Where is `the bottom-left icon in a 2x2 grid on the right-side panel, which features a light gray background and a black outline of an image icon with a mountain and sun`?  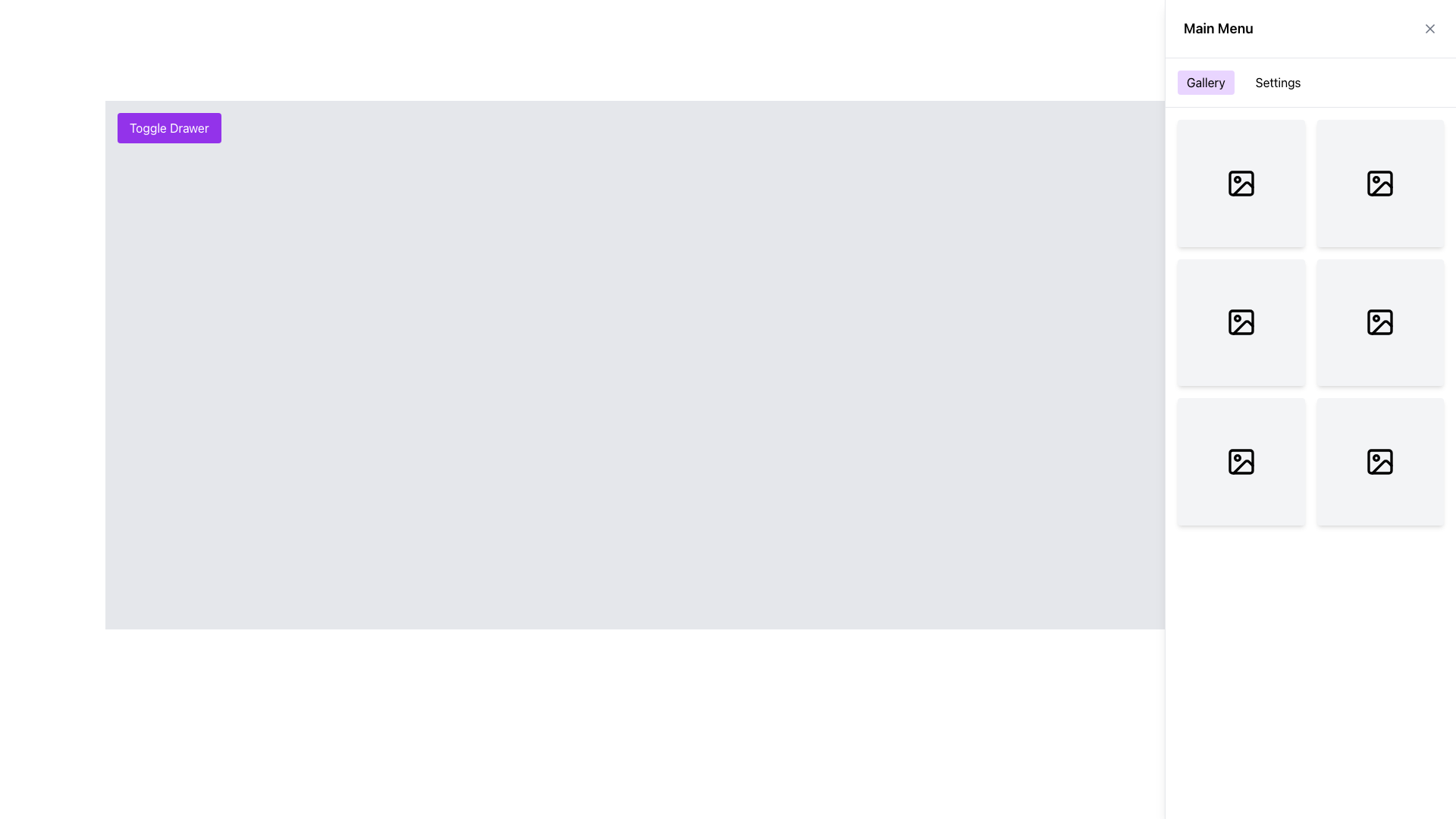
the bottom-left icon in a 2x2 grid on the right-side panel, which features a light gray background and a black outline of an image icon with a mountain and sun is located at coordinates (1241, 460).